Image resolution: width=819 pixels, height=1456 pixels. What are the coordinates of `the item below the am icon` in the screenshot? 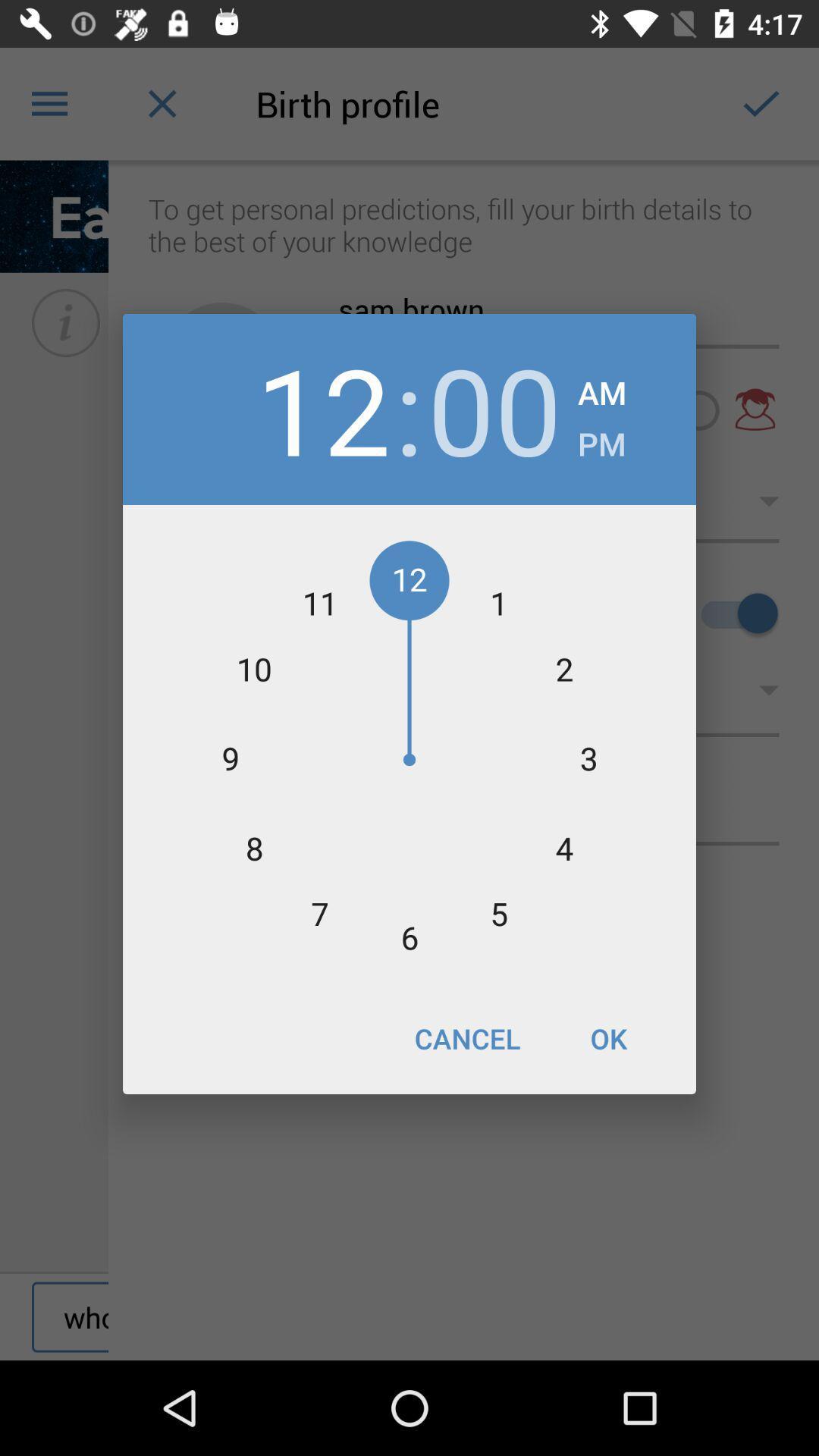 It's located at (601, 438).